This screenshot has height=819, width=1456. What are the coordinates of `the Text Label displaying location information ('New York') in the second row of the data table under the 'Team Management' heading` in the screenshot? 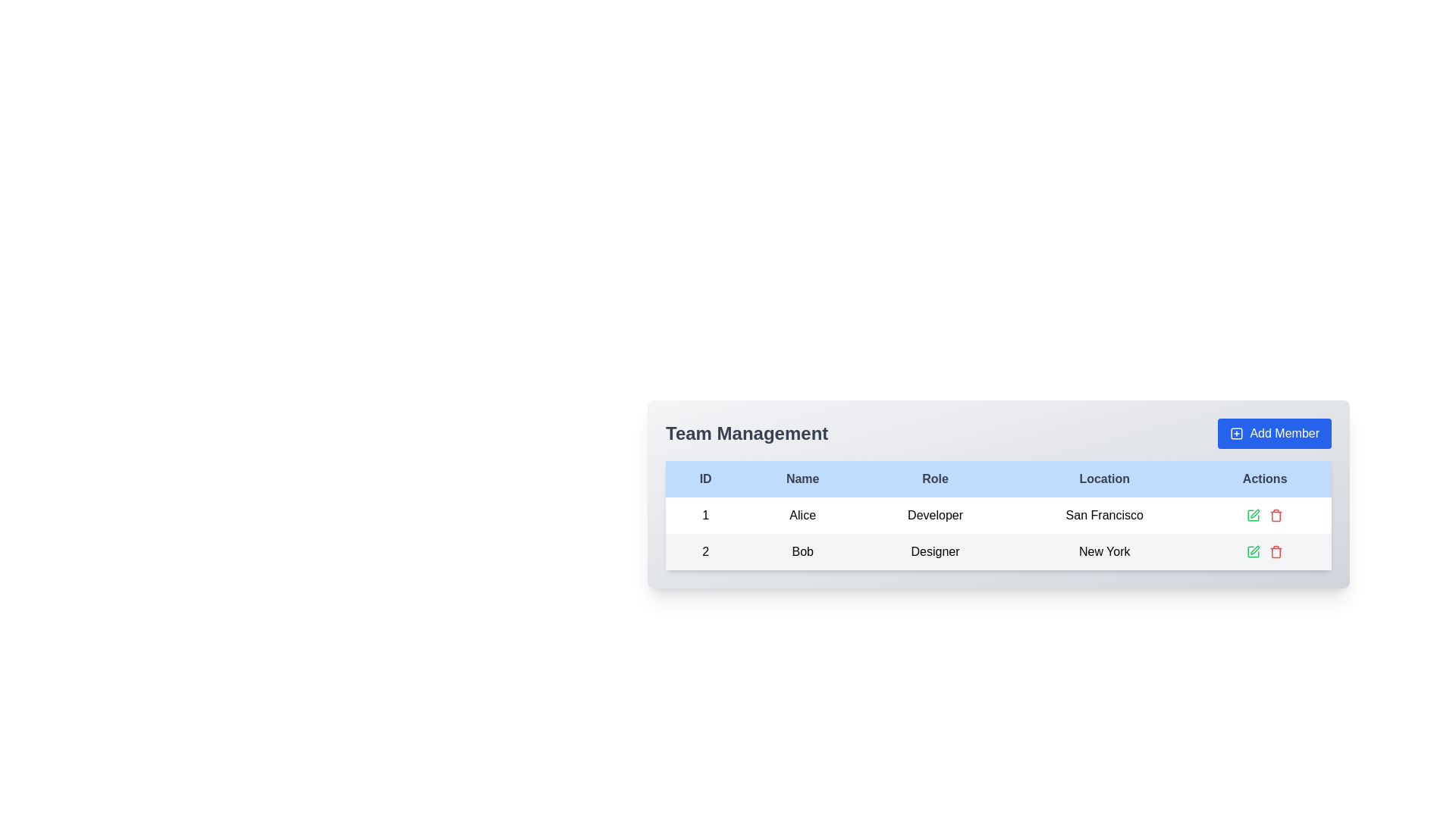 It's located at (1104, 552).